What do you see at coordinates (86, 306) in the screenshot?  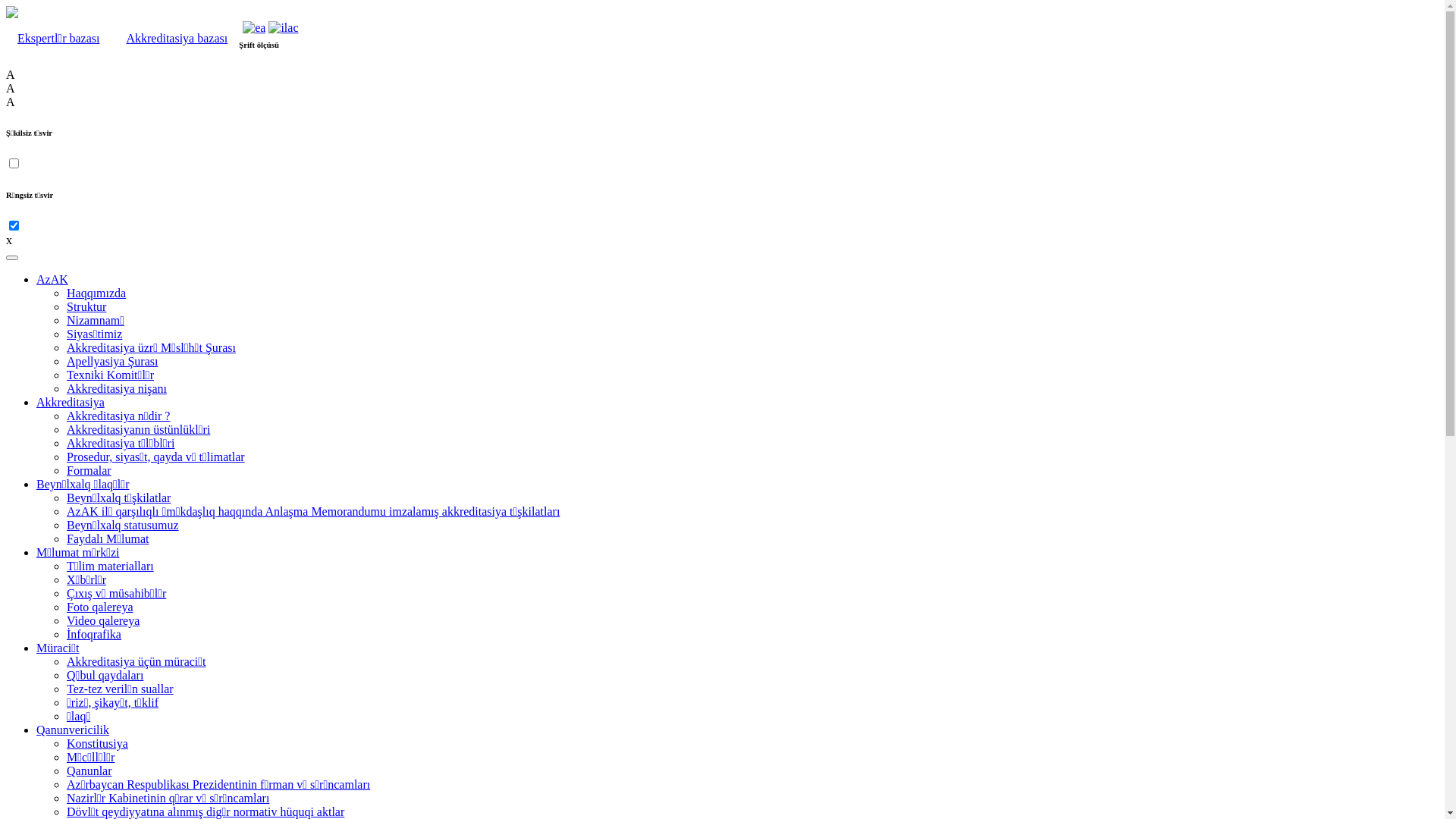 I see `'Struktur'` at bounding box center [86, 306].